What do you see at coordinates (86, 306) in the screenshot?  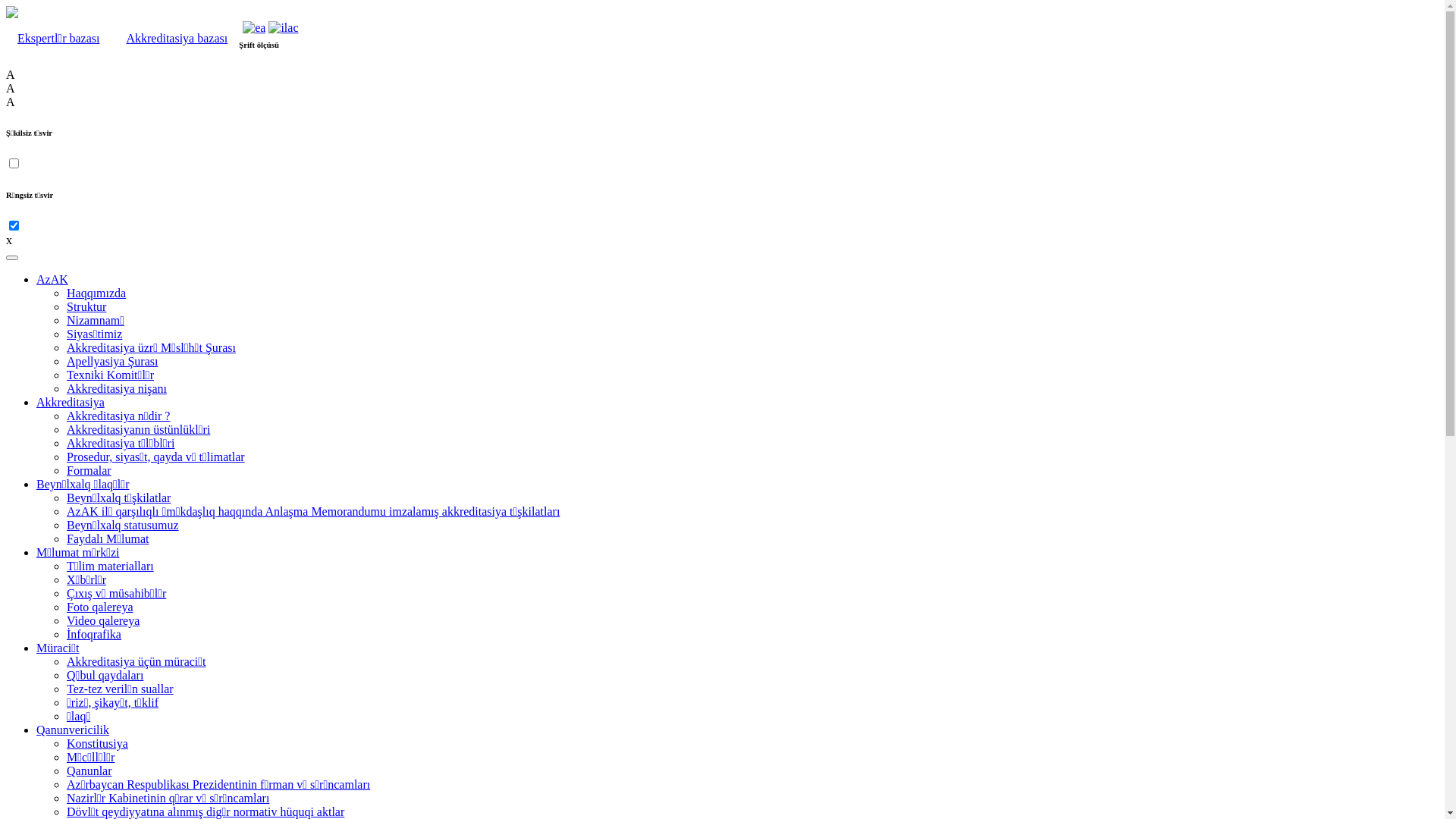 I see `'Struktur'` at bounding box center [86, 306].